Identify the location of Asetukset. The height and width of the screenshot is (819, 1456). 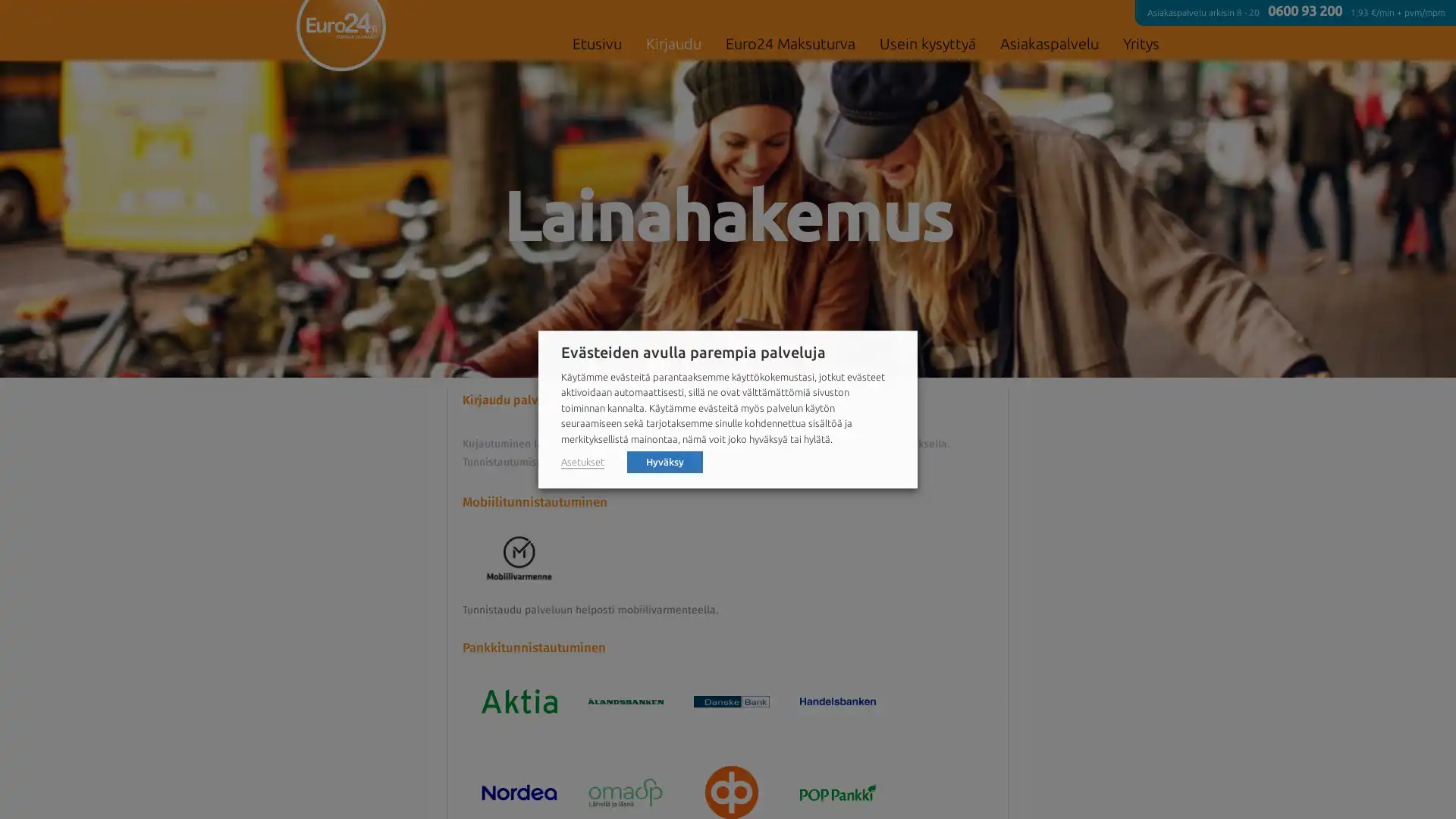
(582, 461).